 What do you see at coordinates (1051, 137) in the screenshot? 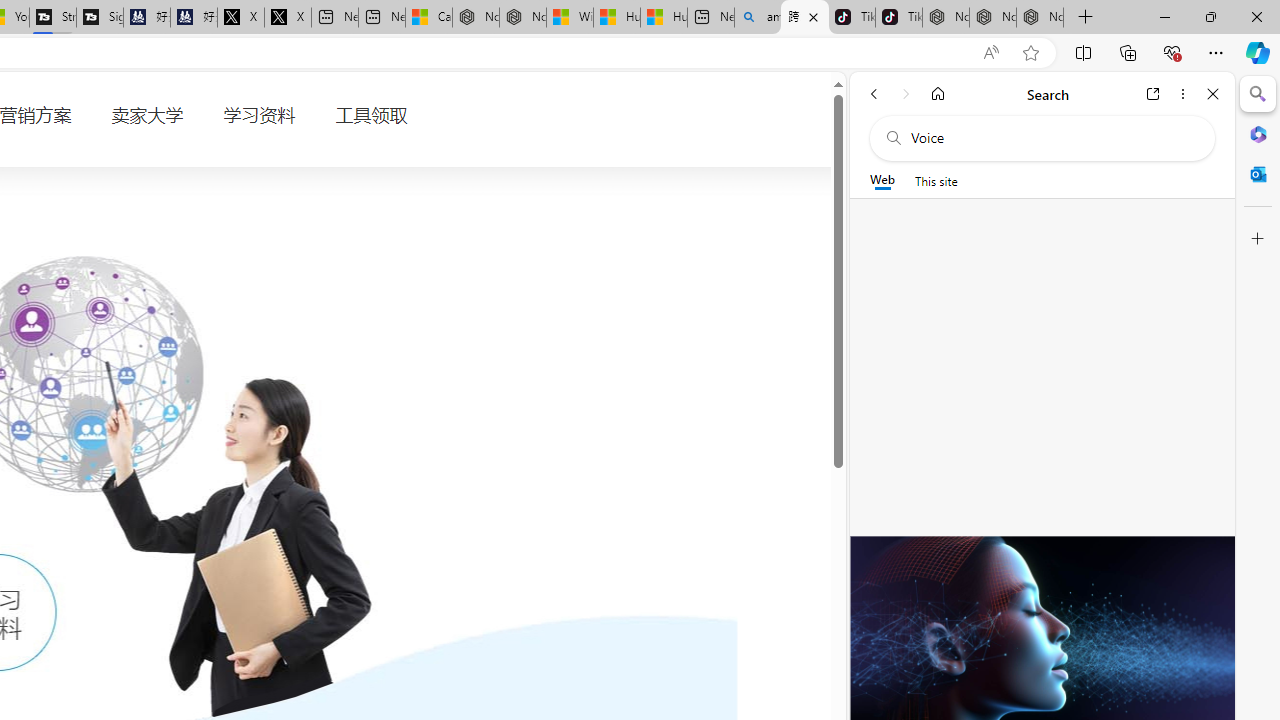
I see `'Search the web'` at bounding box center [1051, 137].